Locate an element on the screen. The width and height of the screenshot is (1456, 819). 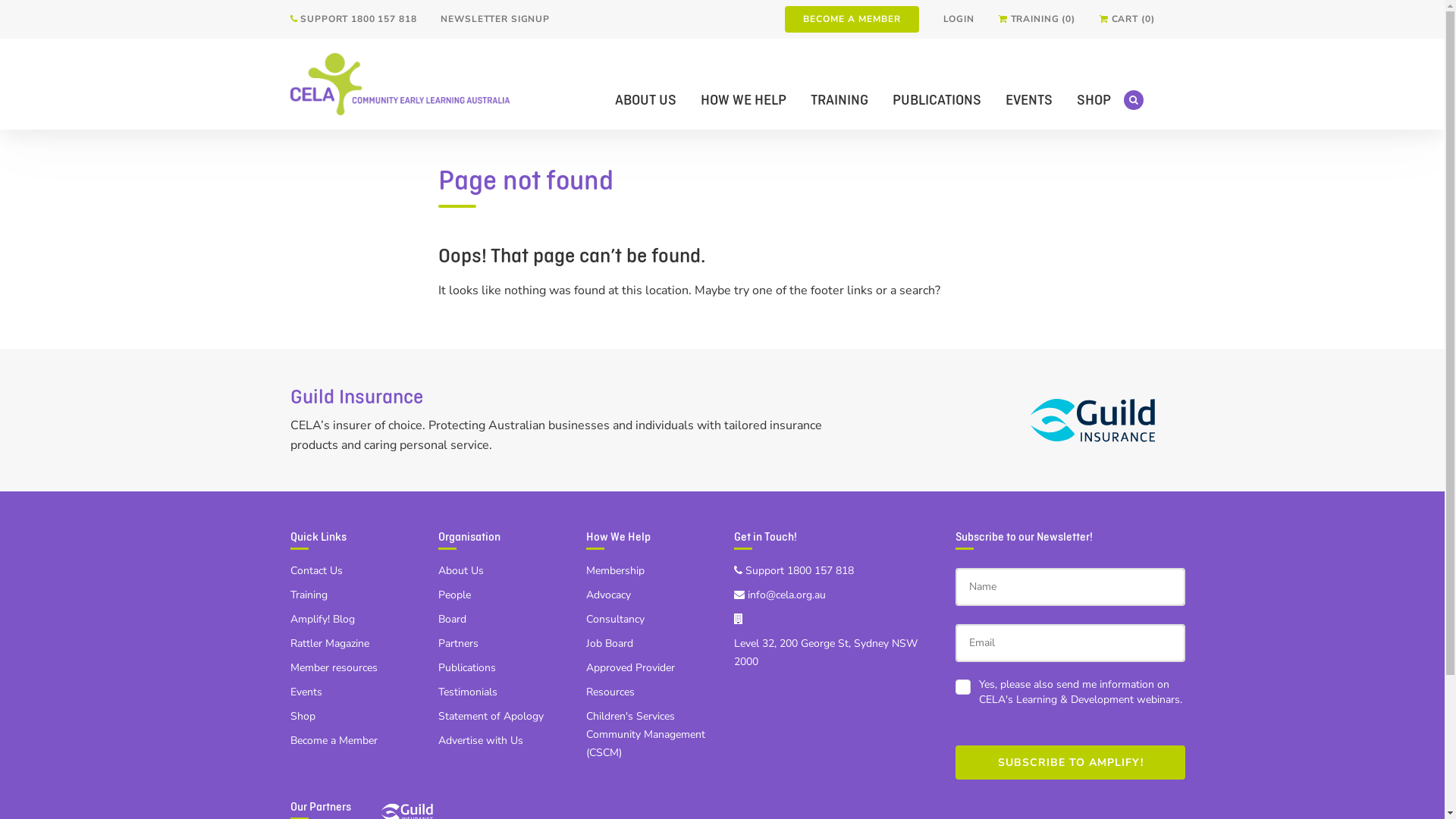
'Become a Member' is located at coordinates (332, 739).